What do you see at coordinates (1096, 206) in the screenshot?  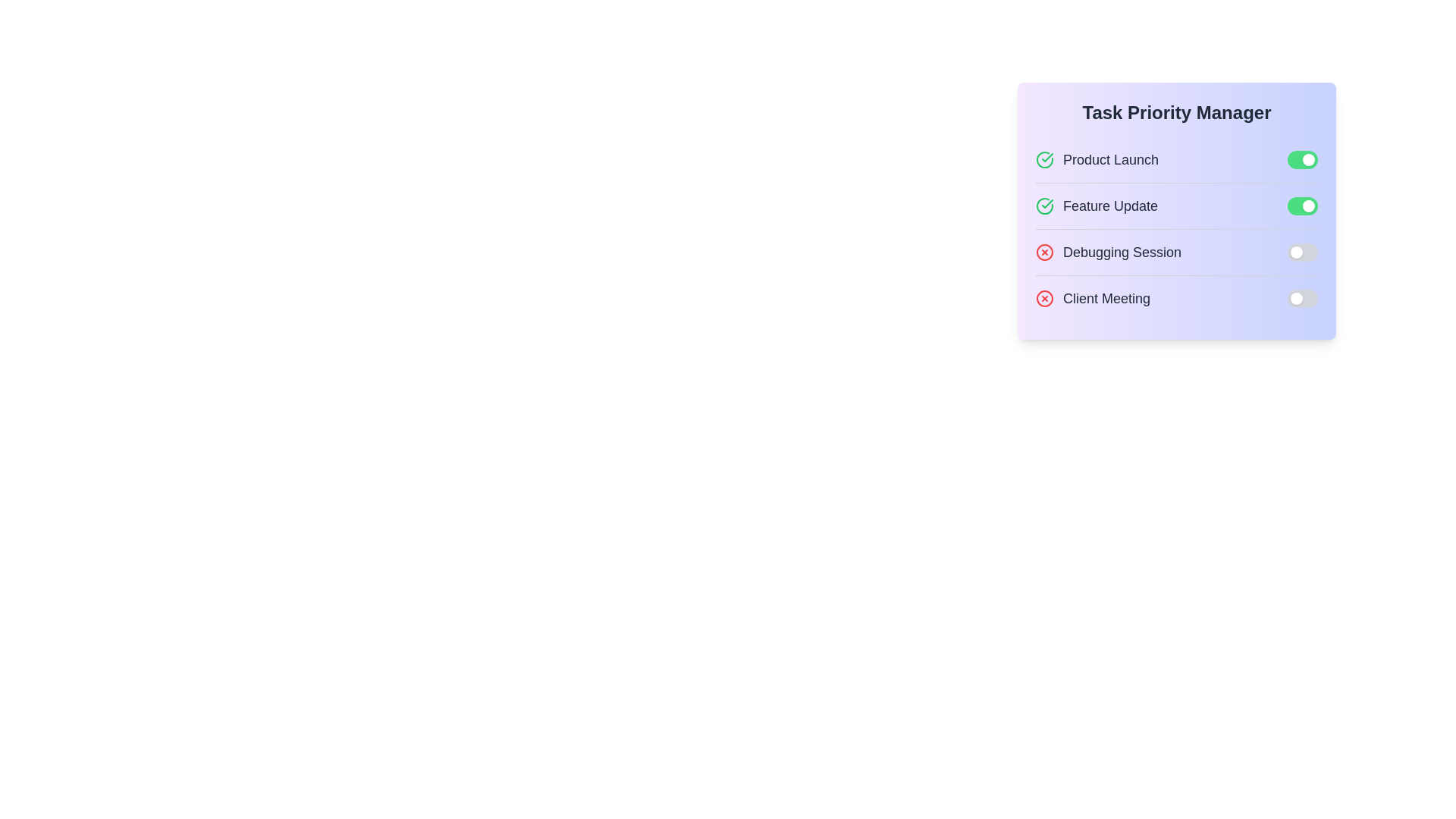 I see `the task with title Feature Update` at bounding box center [1096, 206].